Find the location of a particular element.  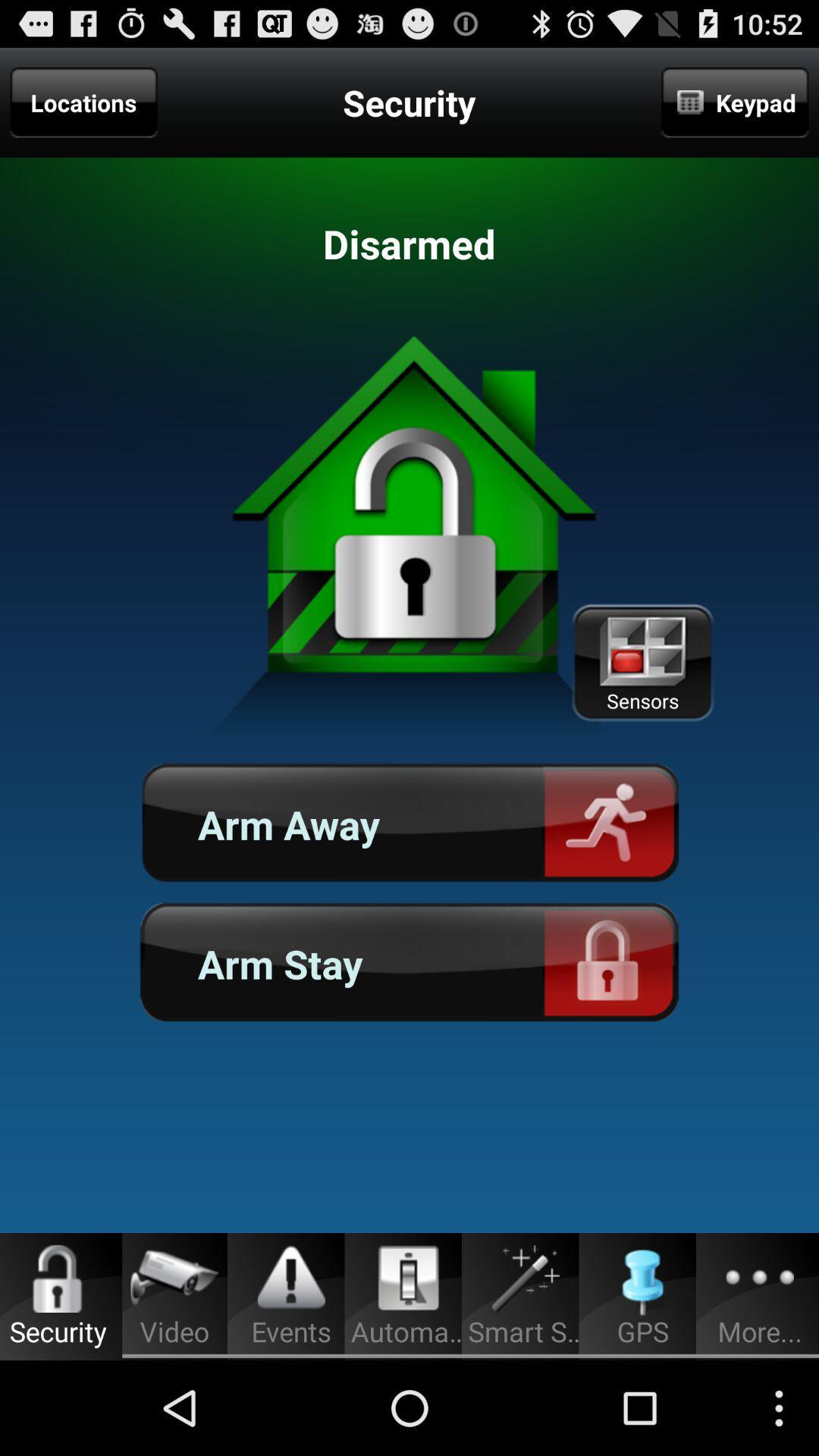

the image above security is located at coordinates (58, 1278).